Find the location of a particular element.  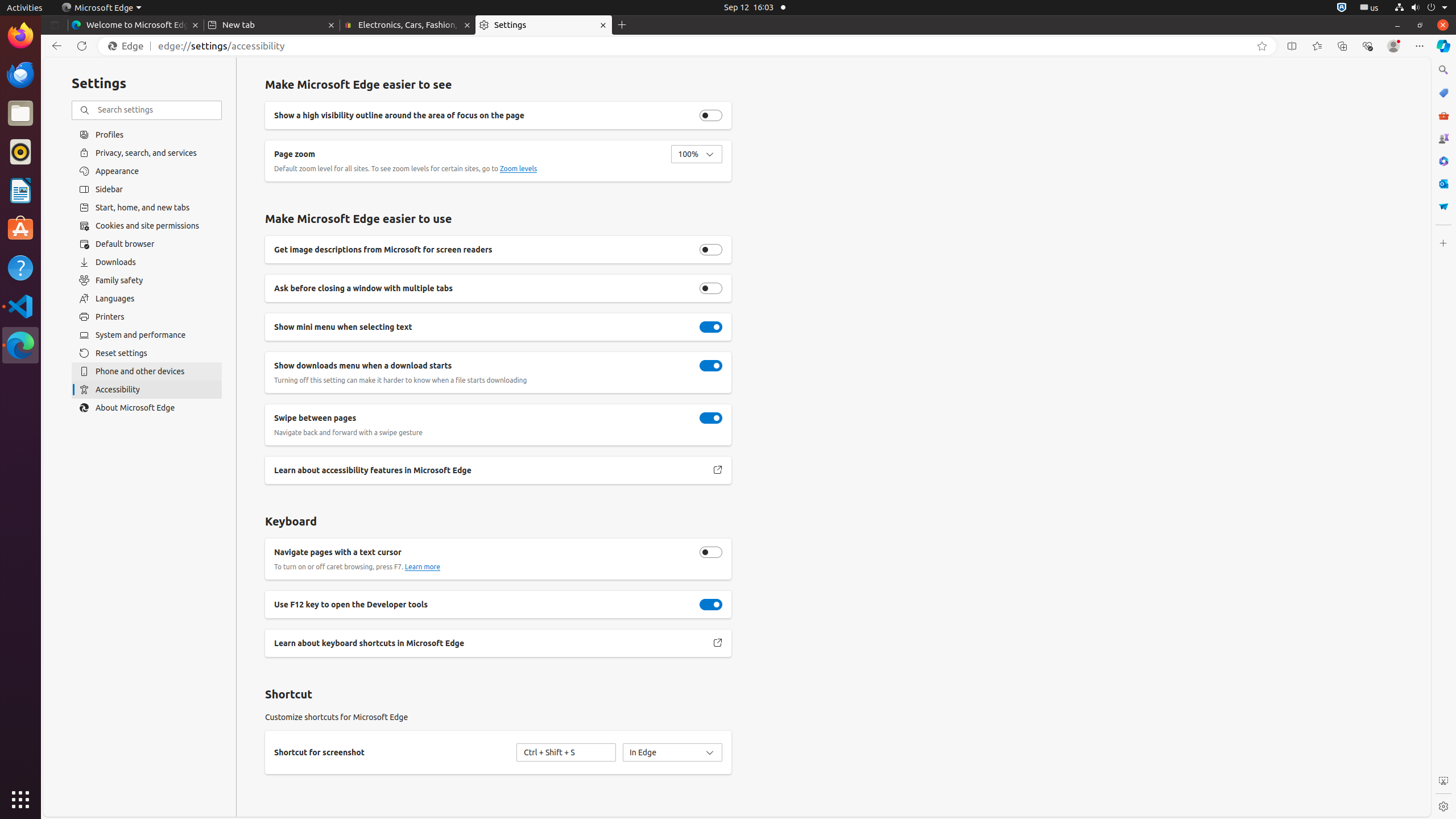

'Learn more about caret browsing.' is located at coordinates (421, 566).